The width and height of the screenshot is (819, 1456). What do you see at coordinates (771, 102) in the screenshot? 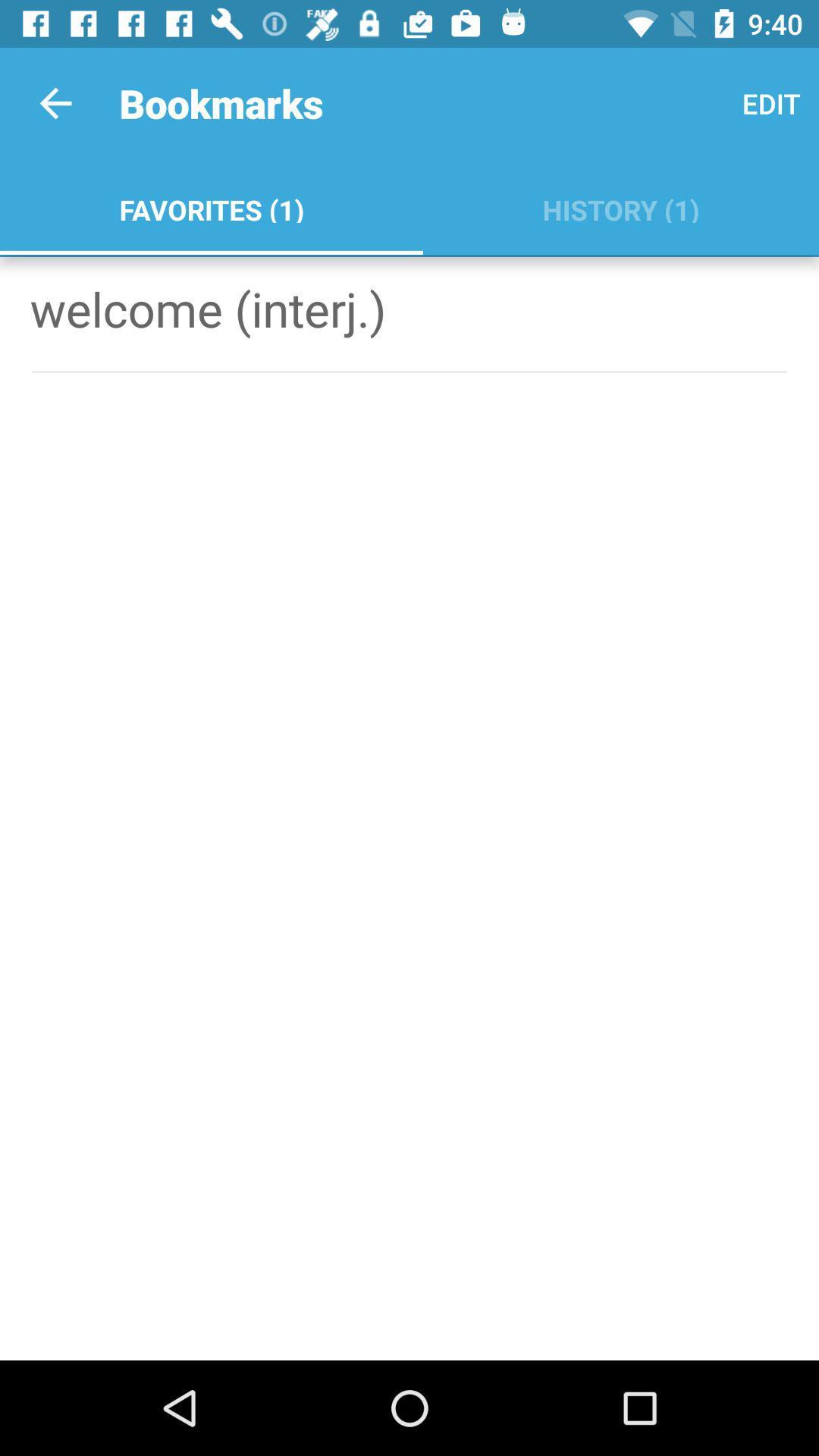
I see `the app above the history (1)` at bounding box center [771, 102].